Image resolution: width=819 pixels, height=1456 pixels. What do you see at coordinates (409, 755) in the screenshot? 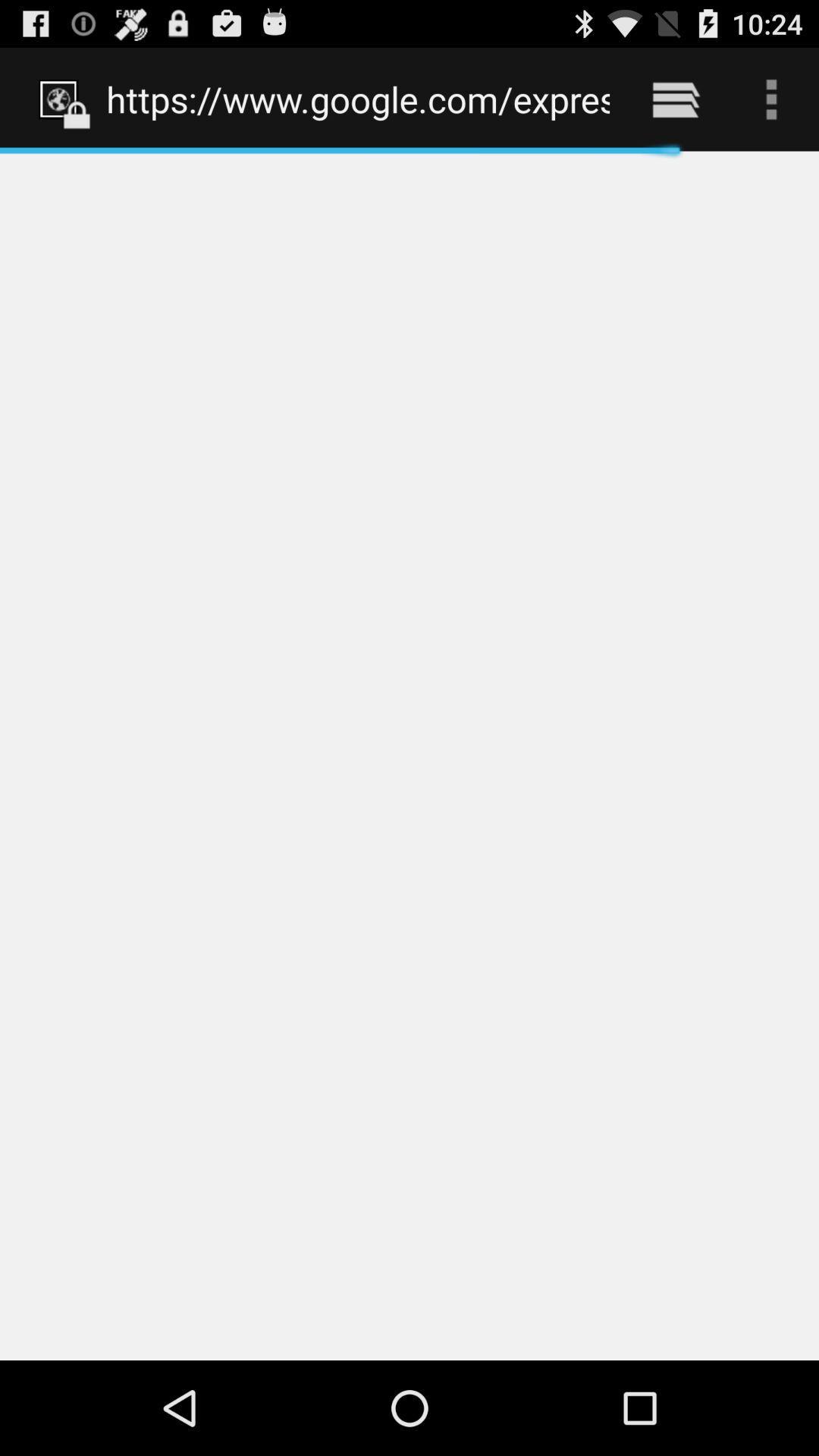
I see `item below the https www google item` at bounding box center [409, 755].